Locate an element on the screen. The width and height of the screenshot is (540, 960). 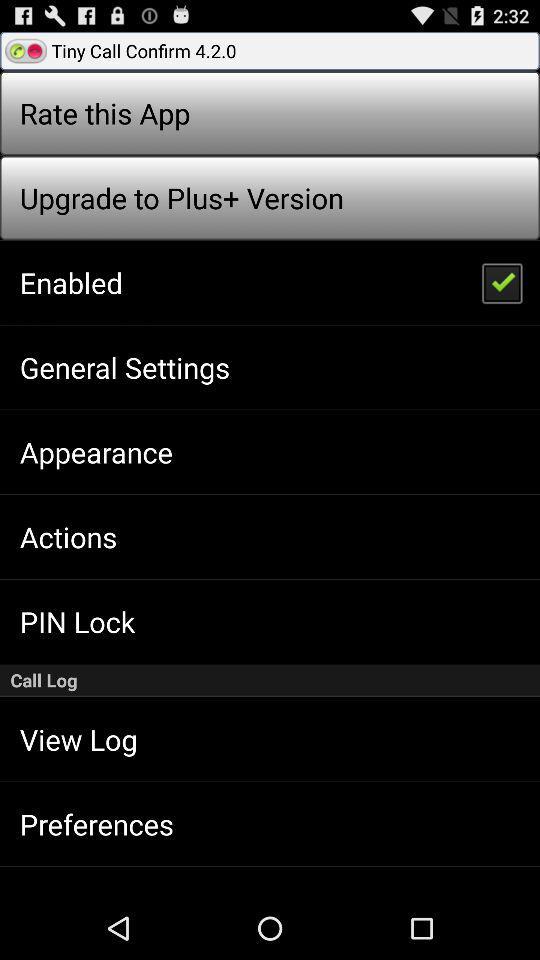
item below enabled app is located at coordinates (125, 366).